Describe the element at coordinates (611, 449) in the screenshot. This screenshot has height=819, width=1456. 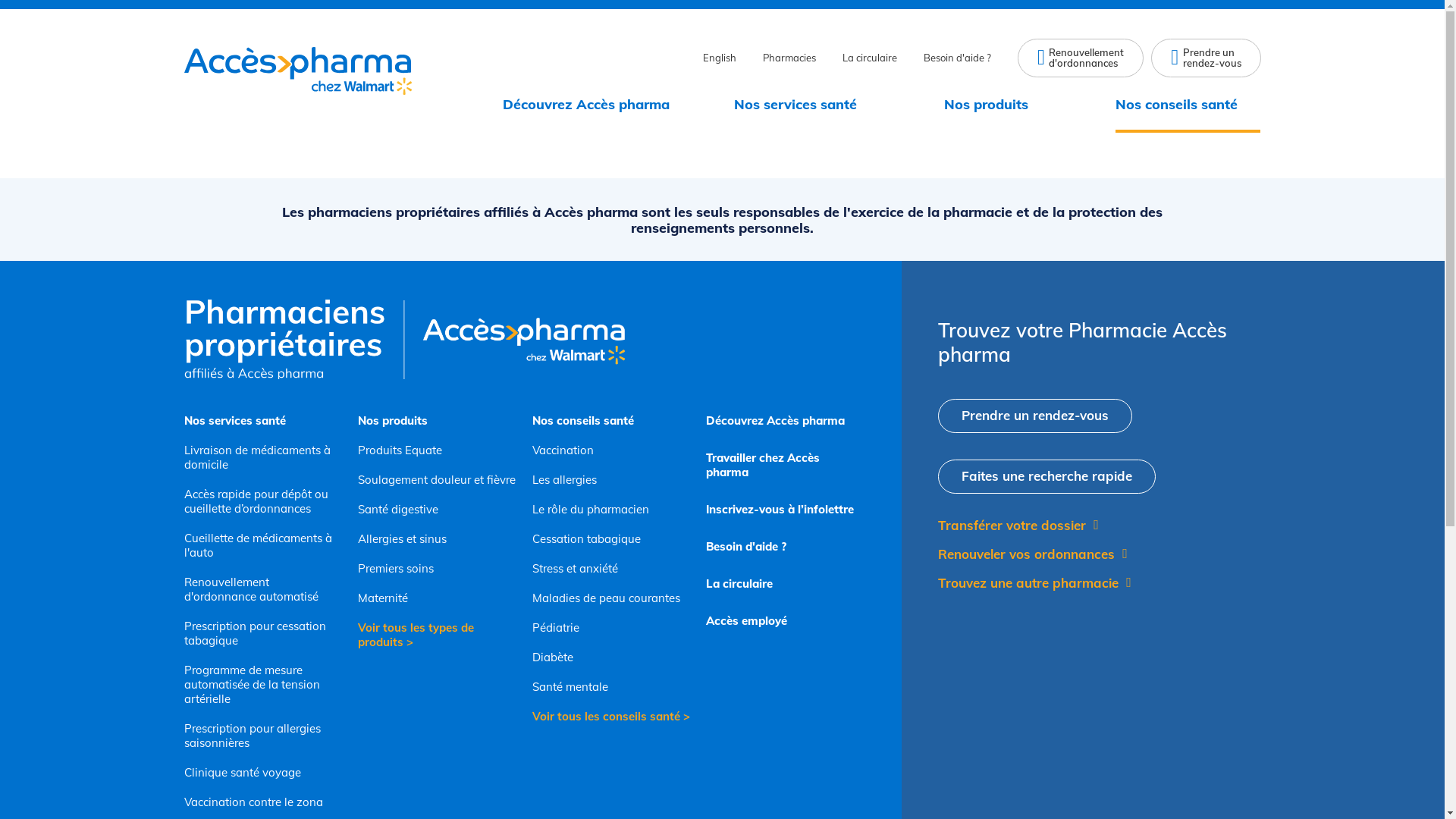
I see `'Vaccination'` at that location.